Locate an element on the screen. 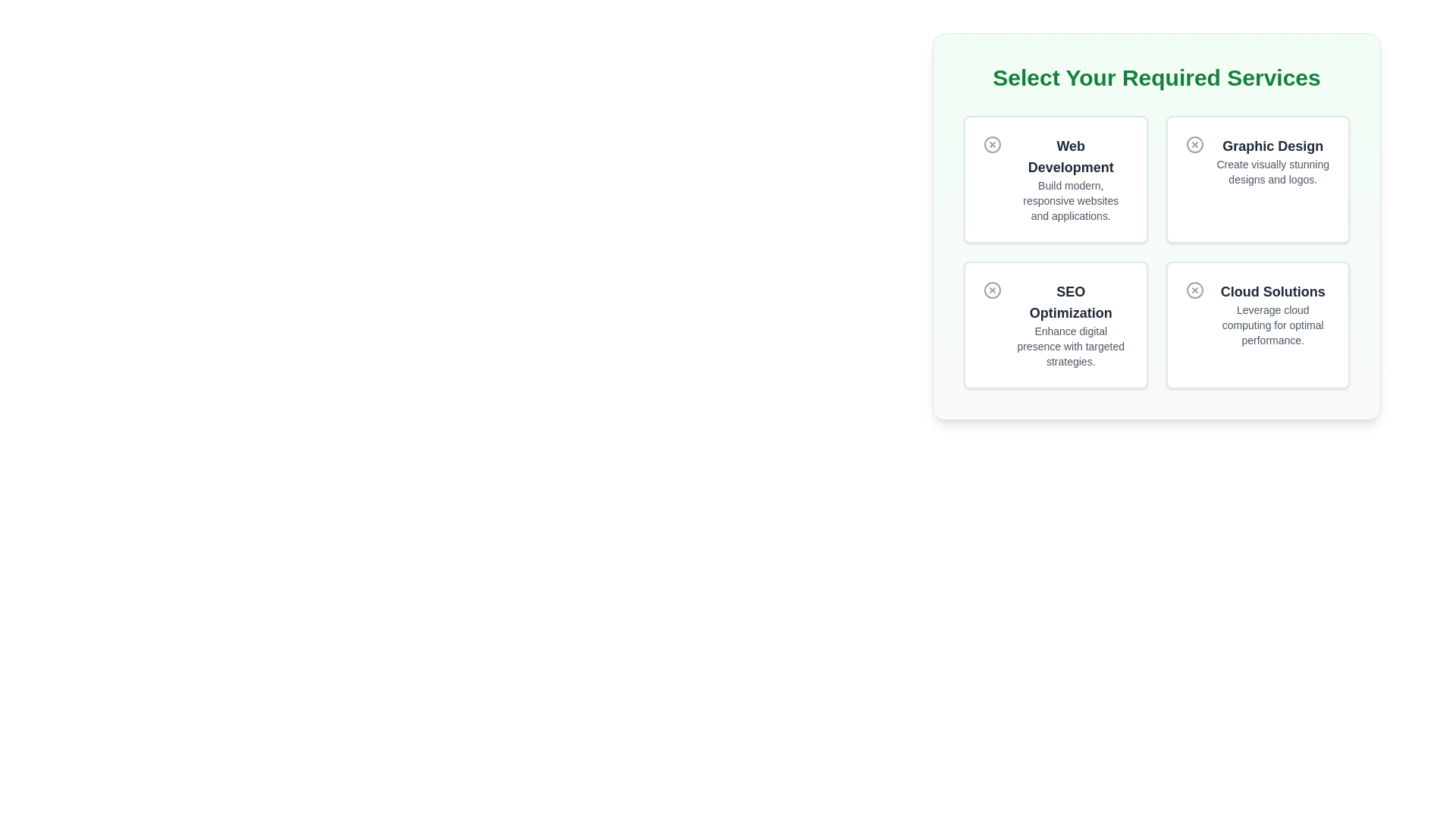 Image resolution: width=1456 pixels, height=819 pixels. the 'Graphic Design' text element, which is styled with a bold and large font and is positioned centrally in the second card of a grid layout is located at coordinates (1272, 146).